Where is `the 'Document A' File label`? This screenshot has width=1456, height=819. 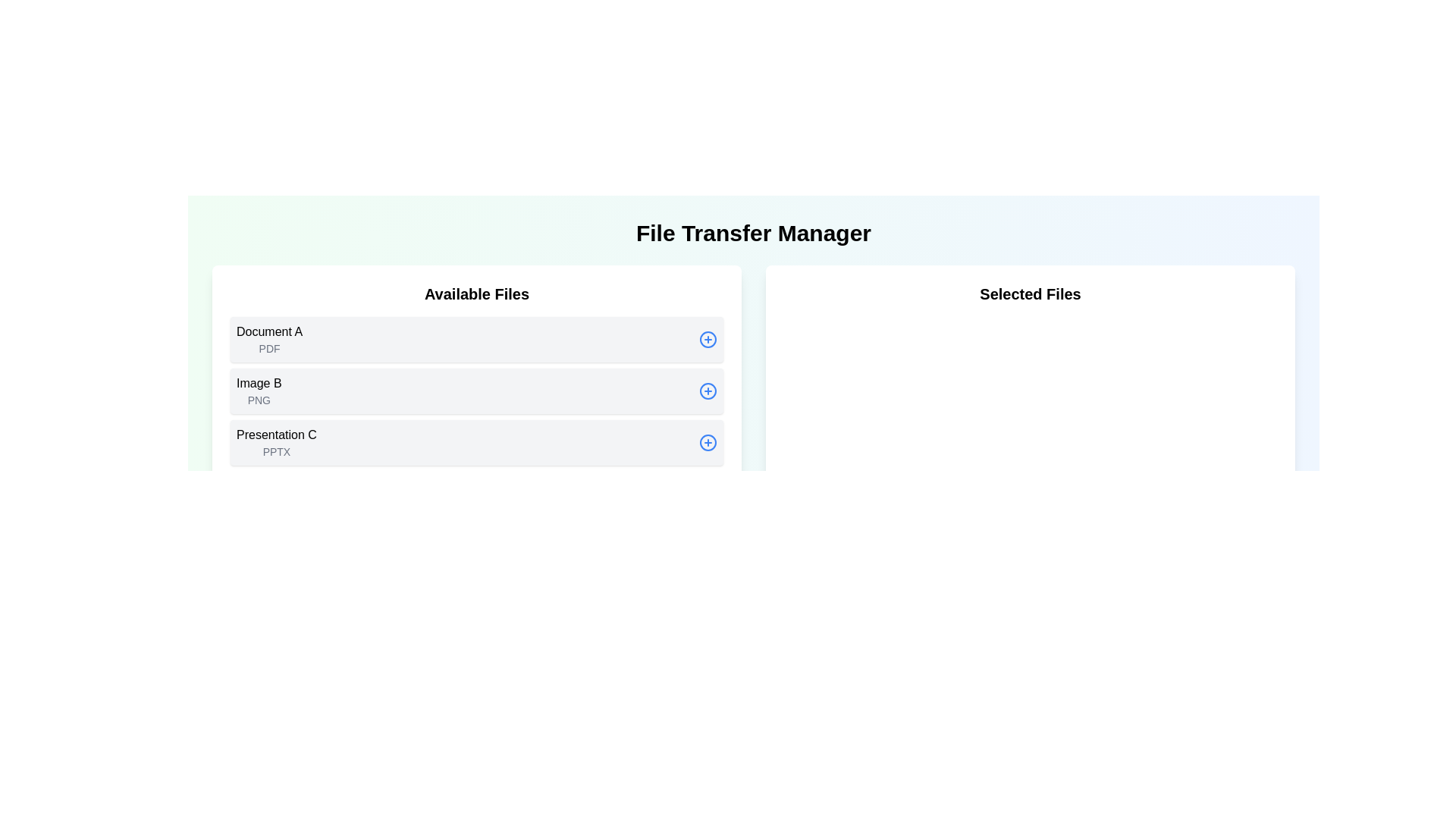 the 'Document A' File label is located at coordinates (269, 338).